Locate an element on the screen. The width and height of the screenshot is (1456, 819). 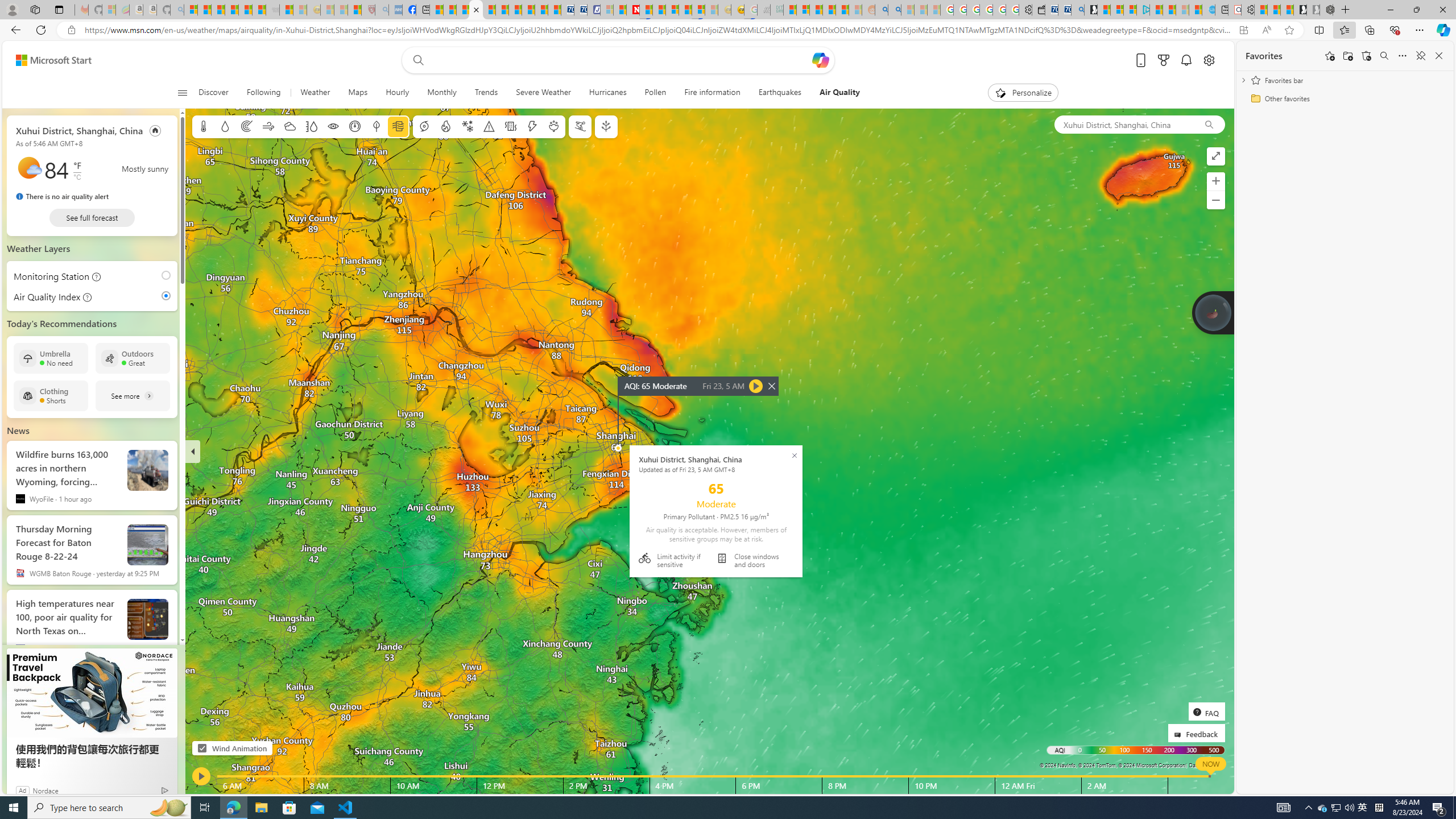
'Nordace - Nordace Siena Is Not An Ordinary Backpack' is located at coordinates (1326, 9).